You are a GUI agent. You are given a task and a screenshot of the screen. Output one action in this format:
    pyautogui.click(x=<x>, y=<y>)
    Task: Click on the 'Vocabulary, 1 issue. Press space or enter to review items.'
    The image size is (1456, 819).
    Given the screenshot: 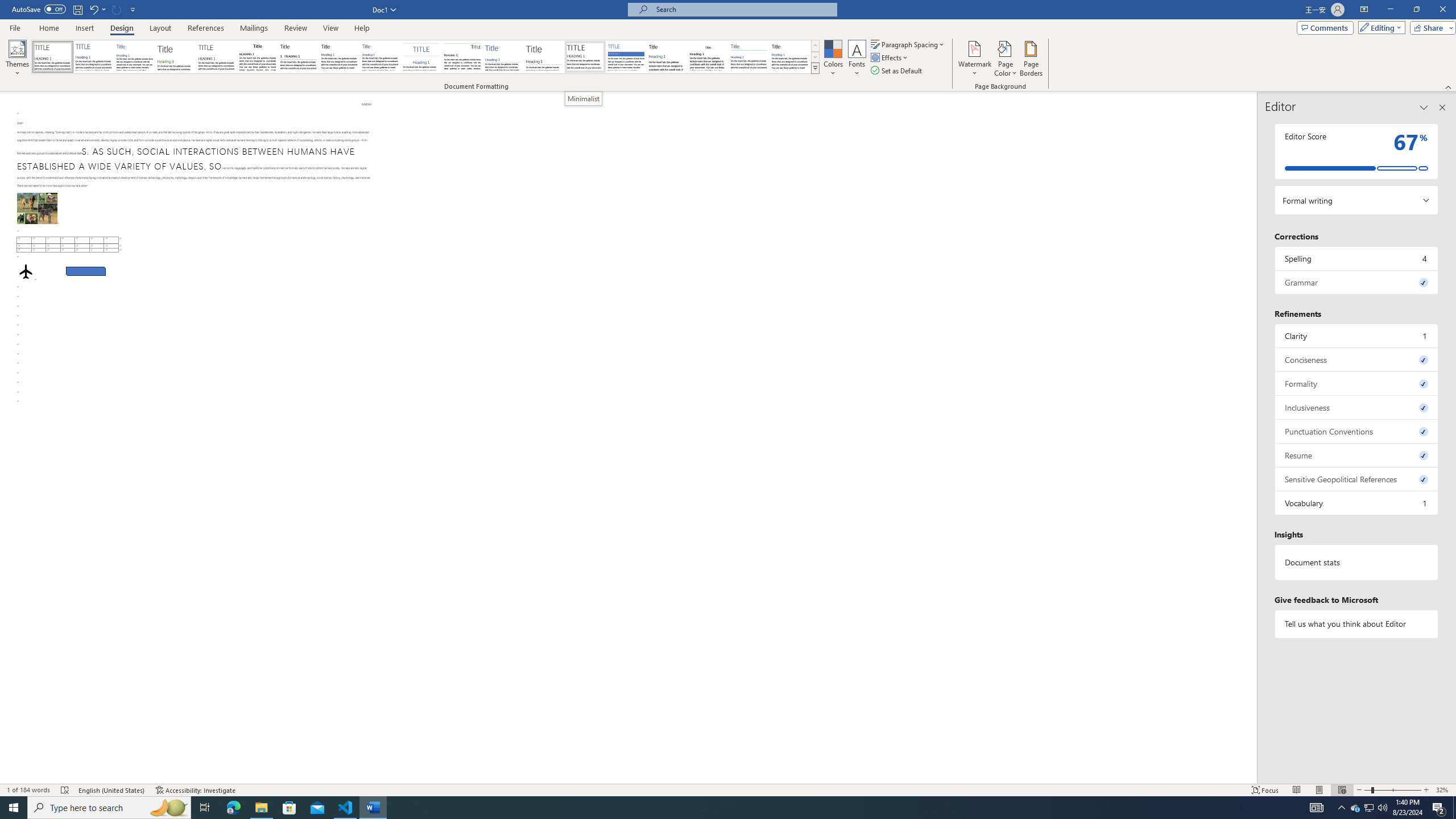 What is the action you would take?
    pyautogui.click(x=1356, y=503)
    